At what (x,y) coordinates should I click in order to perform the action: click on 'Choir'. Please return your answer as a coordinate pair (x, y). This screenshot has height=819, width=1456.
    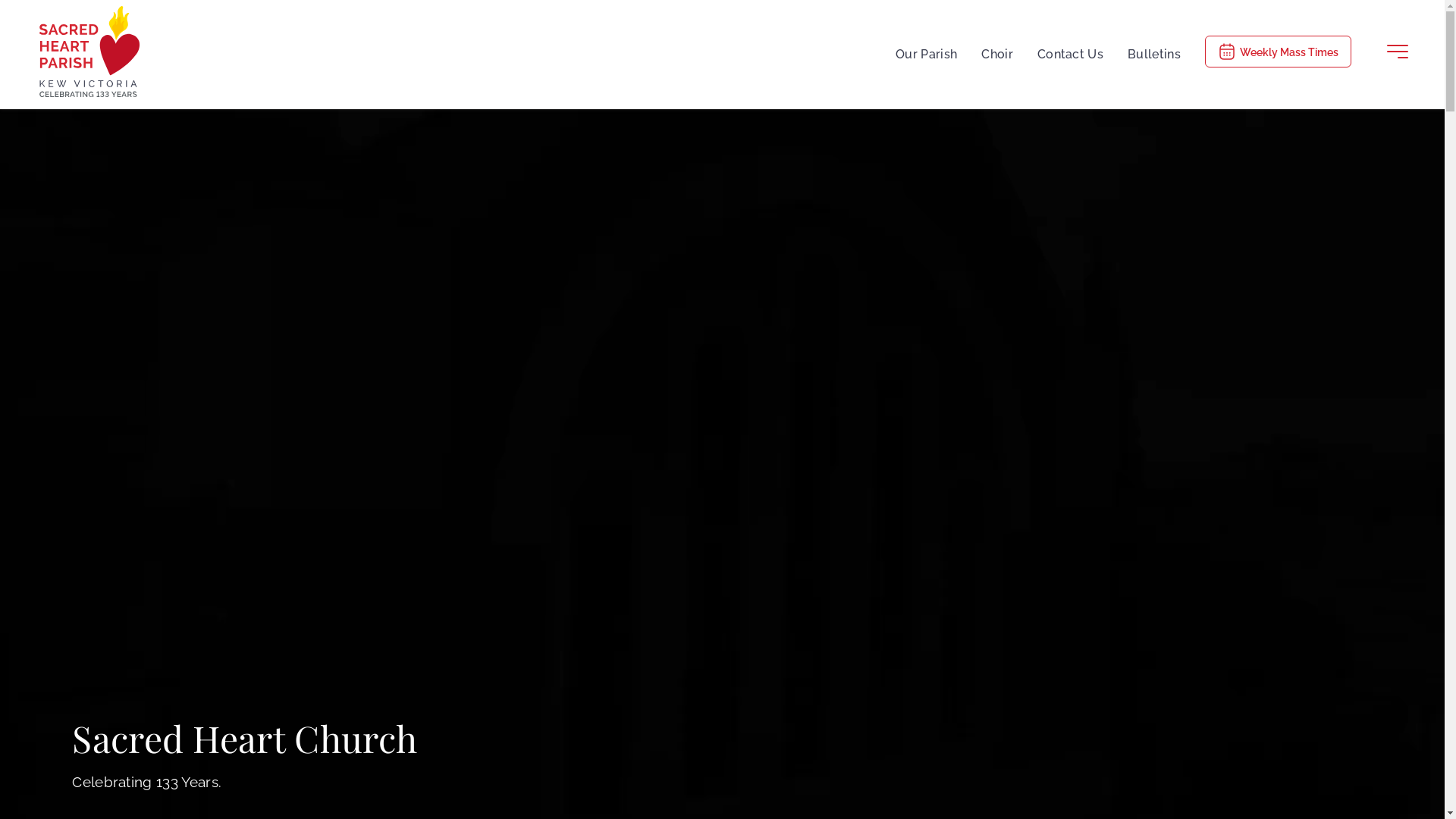
    Looking at the image, I should click on (997, 51).